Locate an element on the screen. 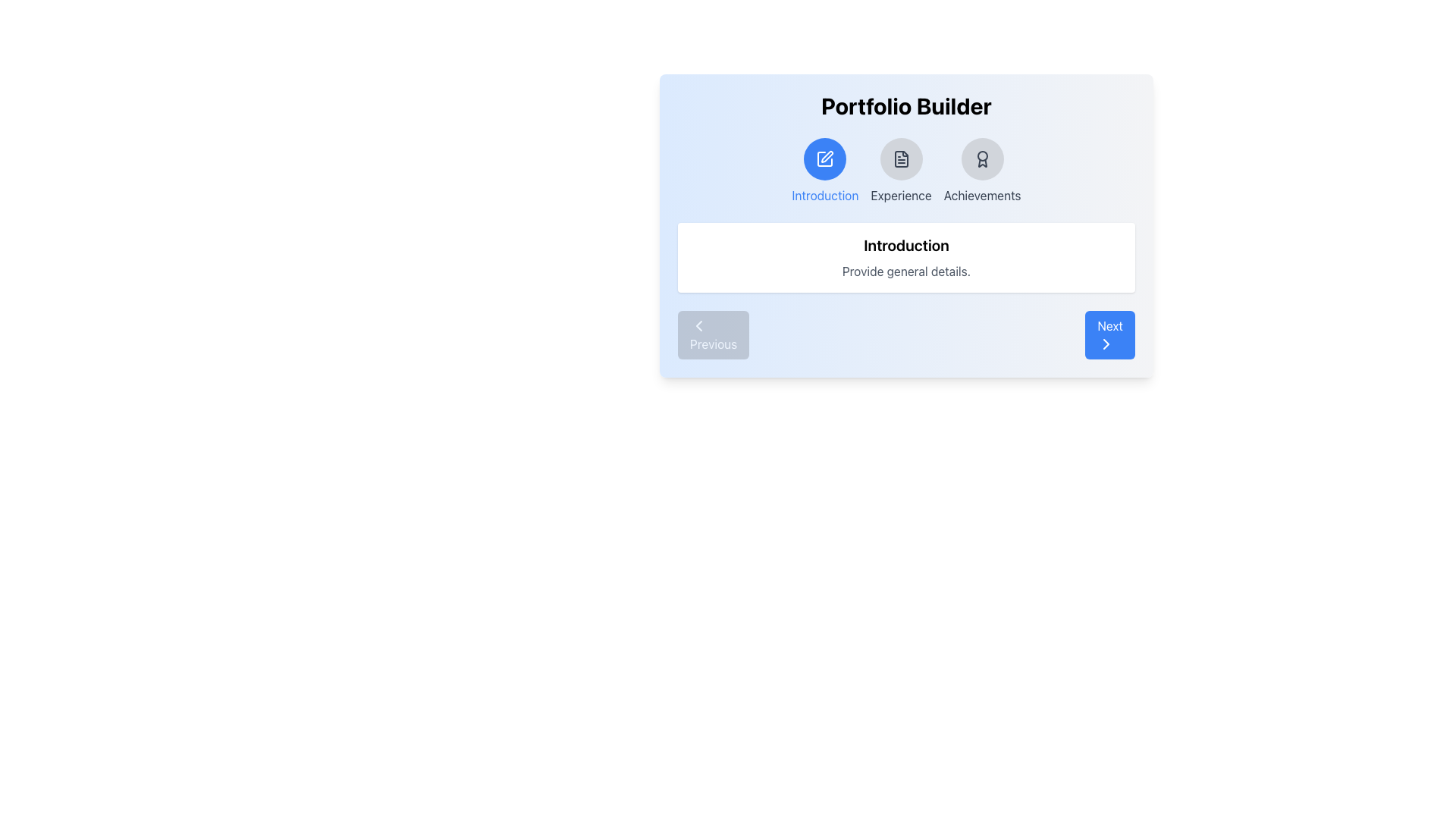 This screenshot has height=819, width=1456. the text label that serves as the header or title for the interface, indicating the current section or purpose of the page is located at coordinates (906, 105).